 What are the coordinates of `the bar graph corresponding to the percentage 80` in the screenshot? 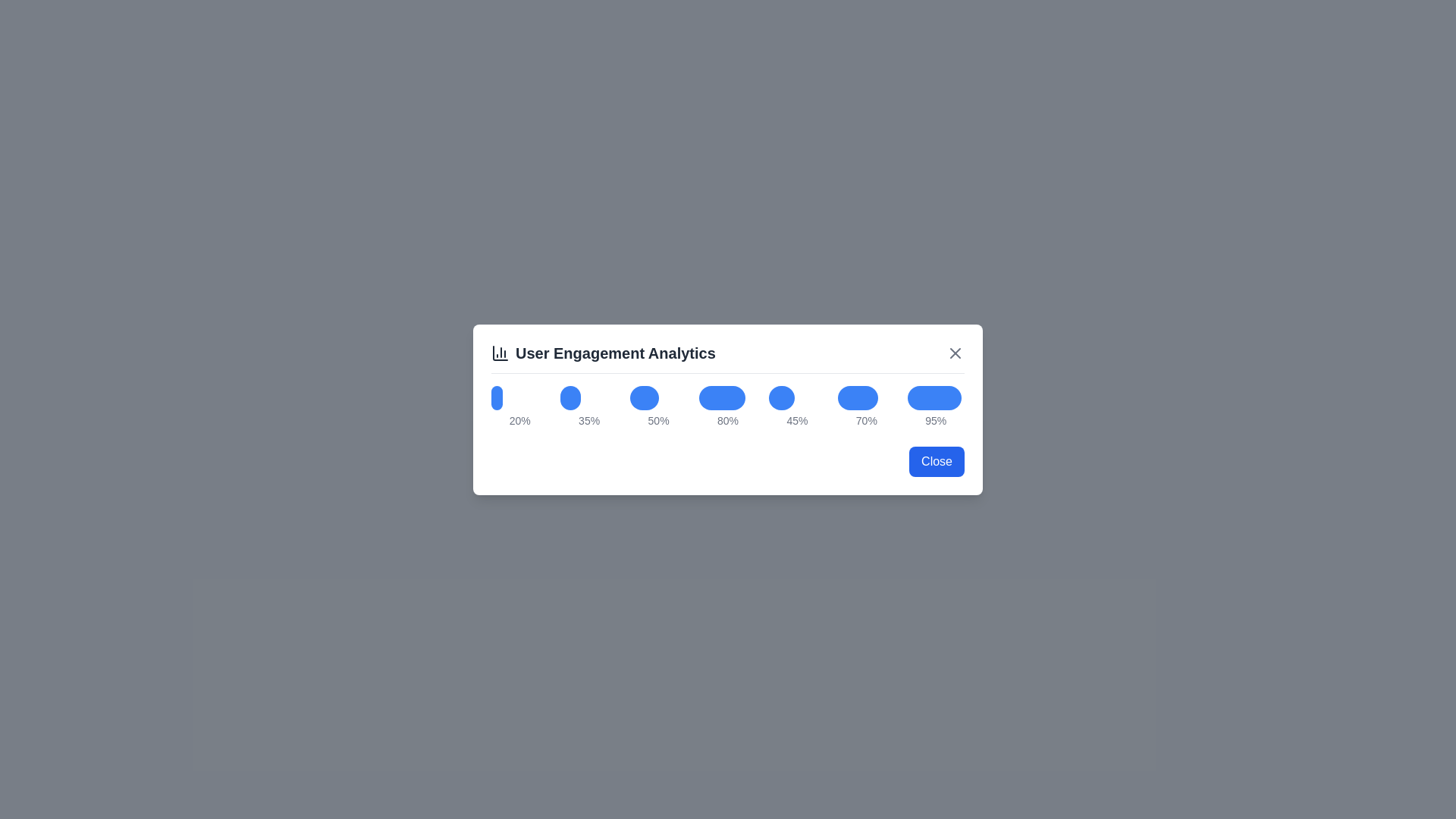 It's located at (721, 397).